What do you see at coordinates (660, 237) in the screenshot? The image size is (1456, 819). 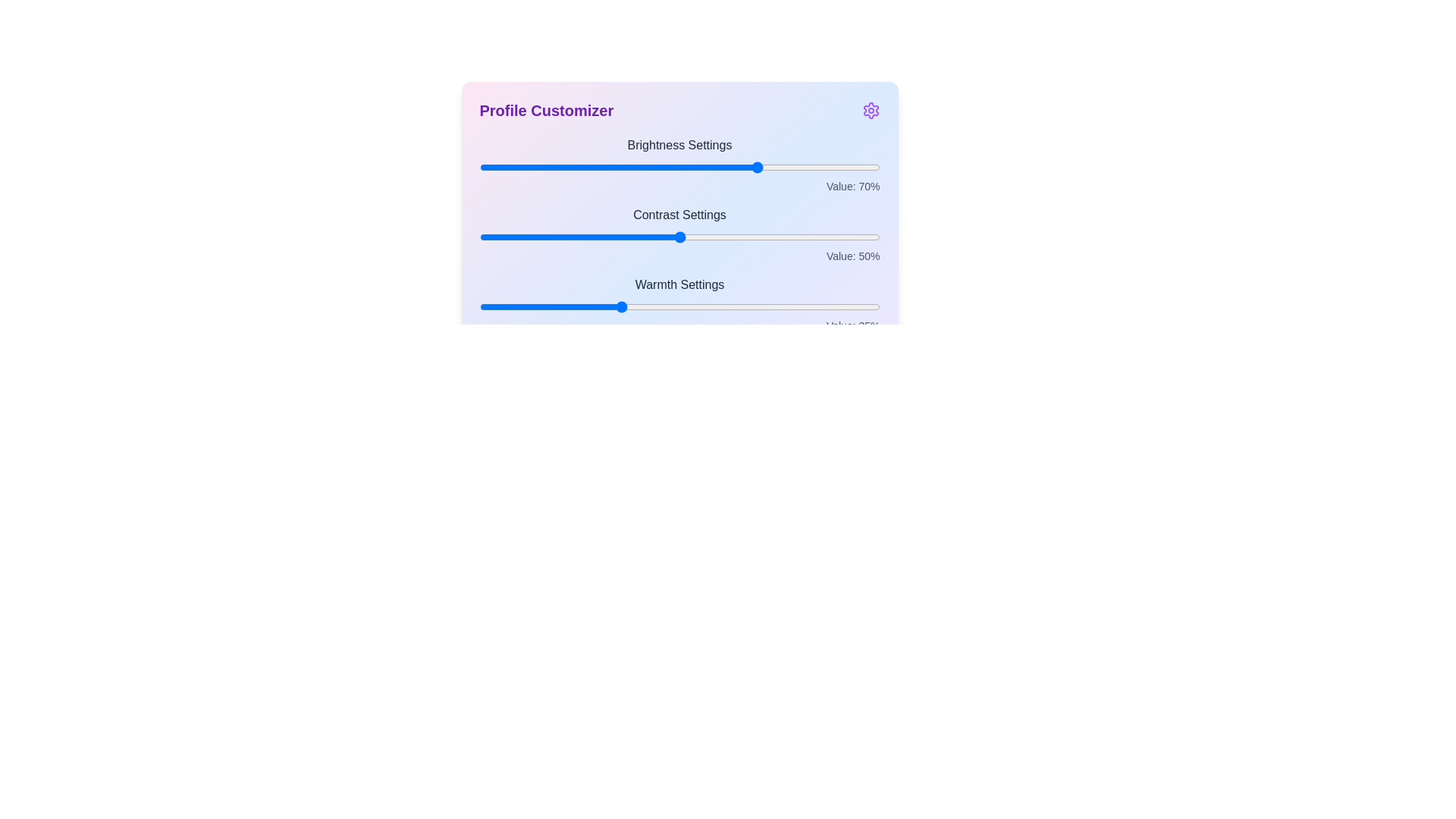 I see `the 1 slider to 45%` at bounding box center [660, 237].